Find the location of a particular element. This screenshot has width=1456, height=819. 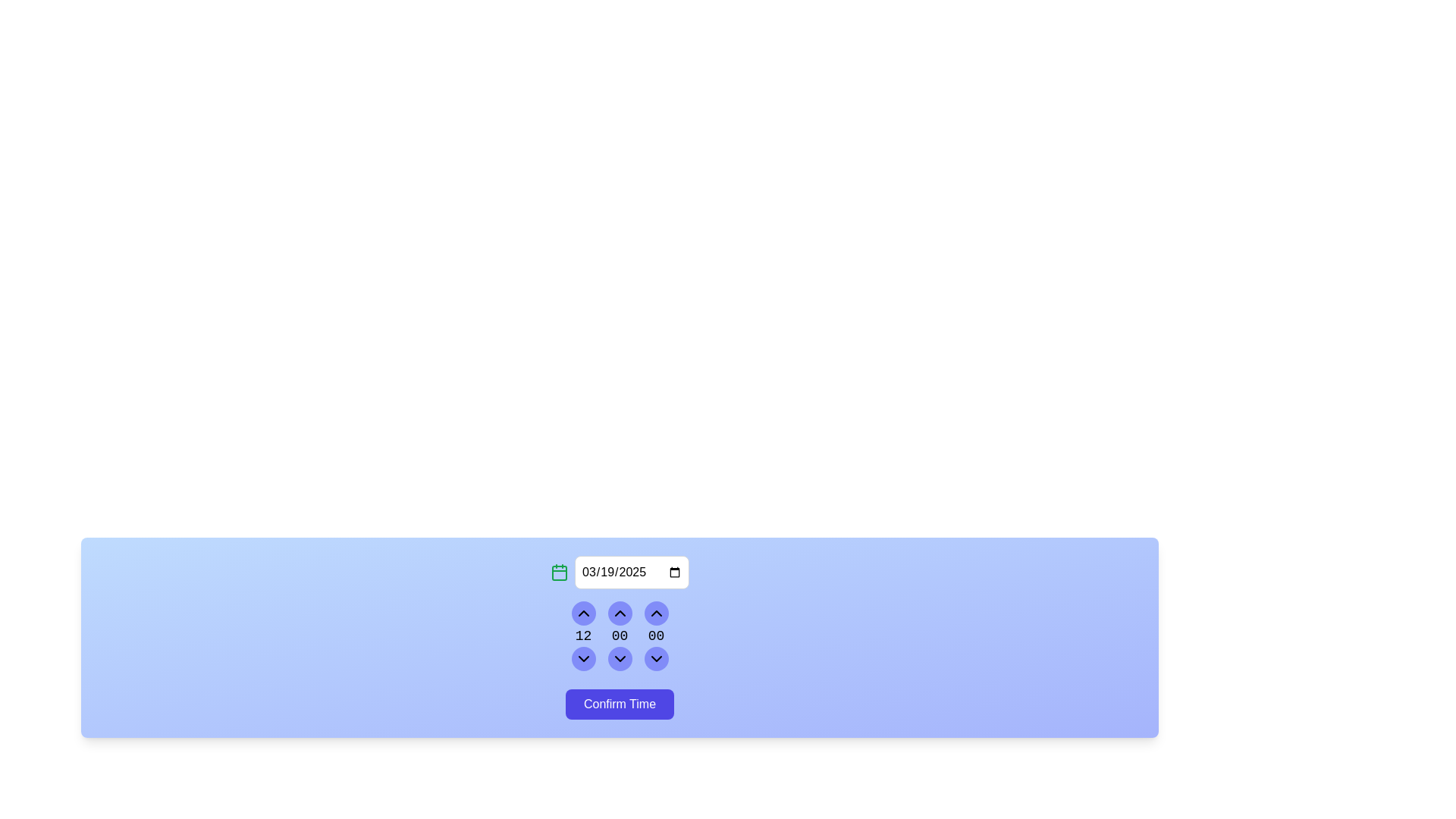

the downward button of the vertically aligned time selector interface to decrease the displayed value from '00' is located at coordinates (620, 636).